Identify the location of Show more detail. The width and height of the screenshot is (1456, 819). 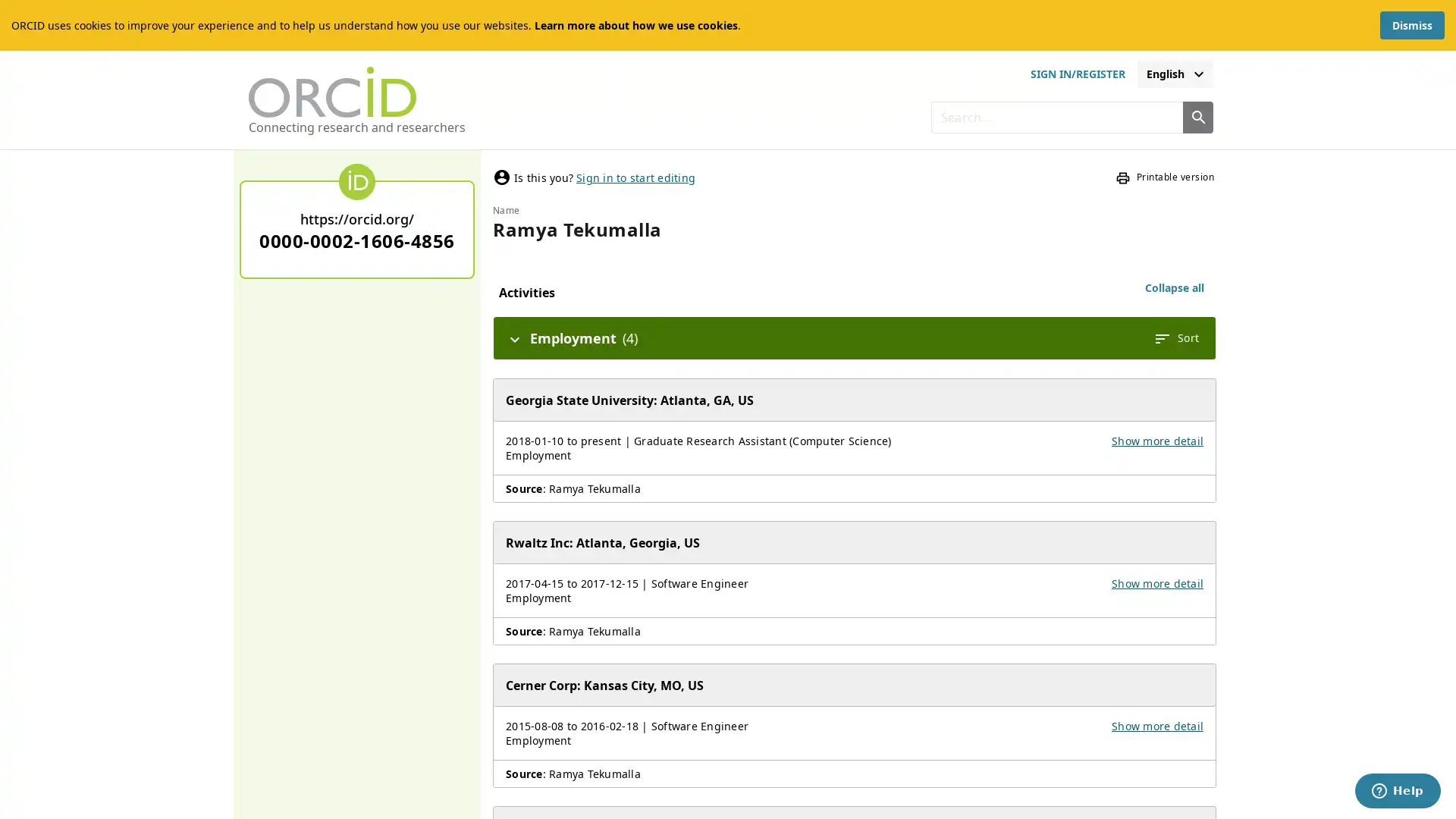
(1156, 582).